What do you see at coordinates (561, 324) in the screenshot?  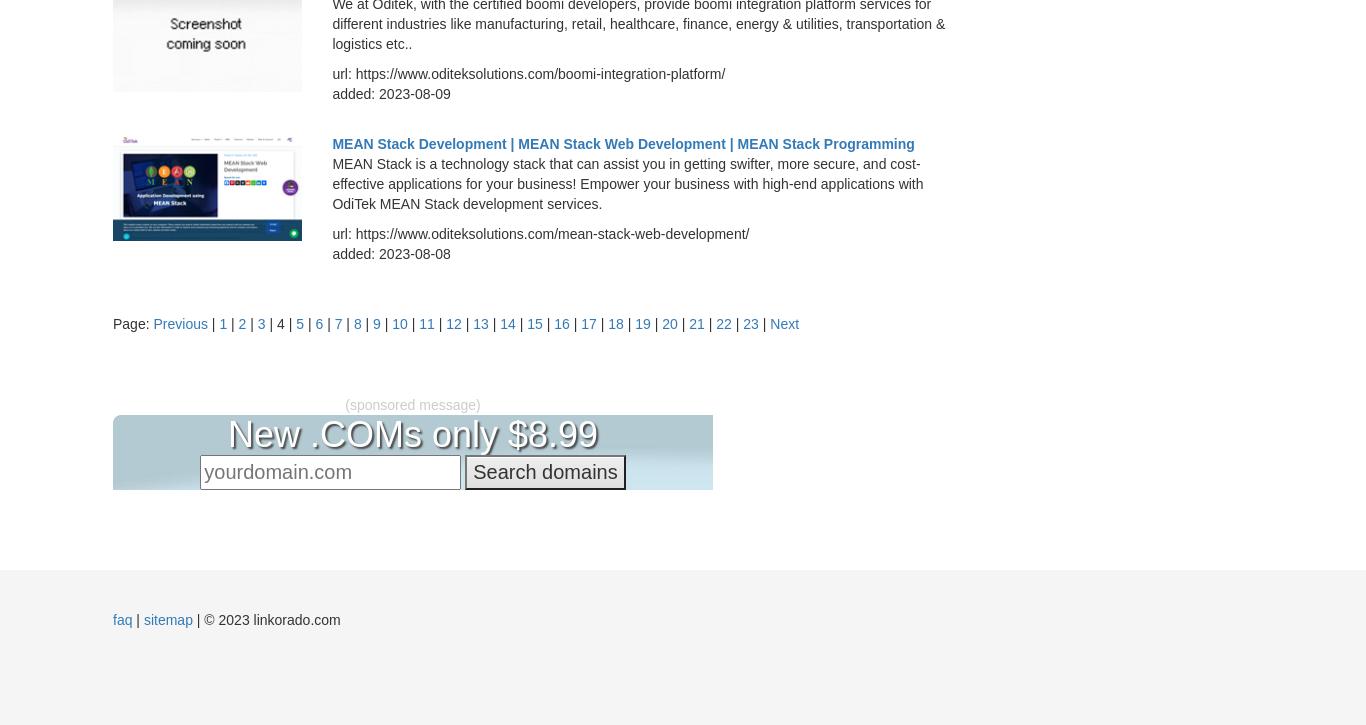 I see `'16'` at bounding box center [561, 324].